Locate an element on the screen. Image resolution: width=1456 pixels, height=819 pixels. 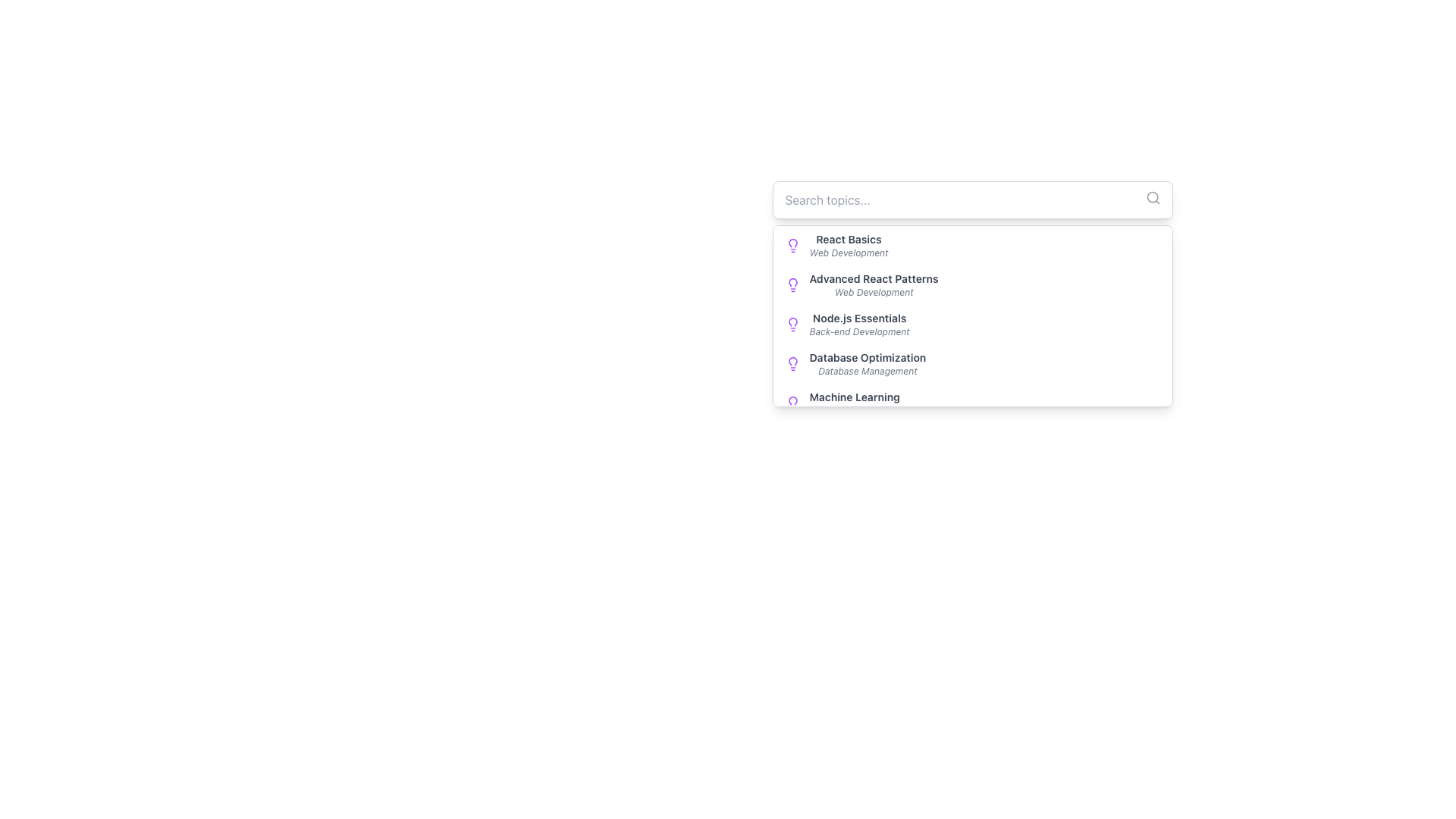
on the fourth list item labeled 'Database Optimization' in the navigation menu is located at coordinates (868, 363).